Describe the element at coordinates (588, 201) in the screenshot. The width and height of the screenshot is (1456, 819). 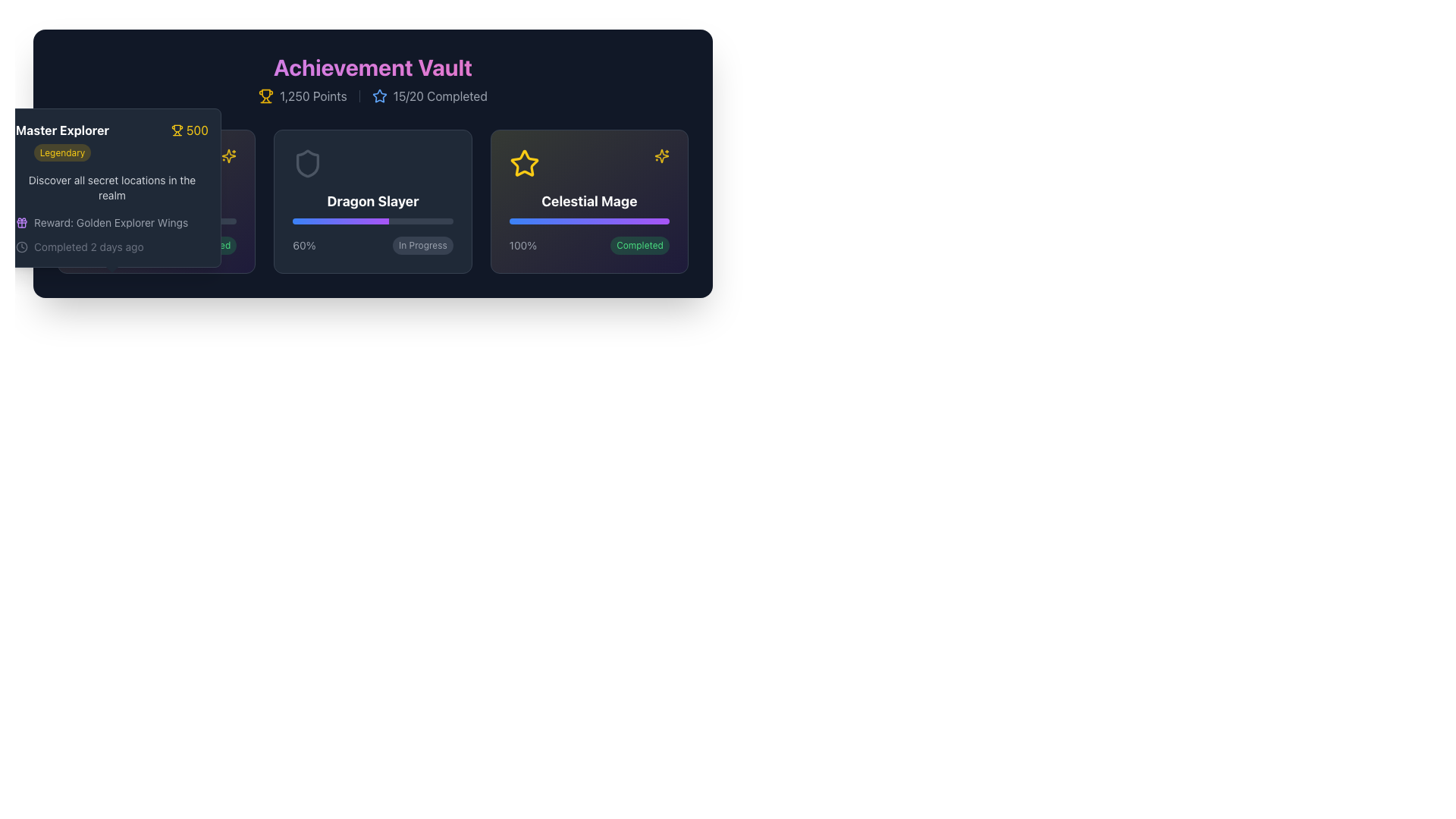
I see `the title 'Celestial Mage' displayed in a bold white font on a dark background, located at the center-top of the right card in a three-card layout` at that location.